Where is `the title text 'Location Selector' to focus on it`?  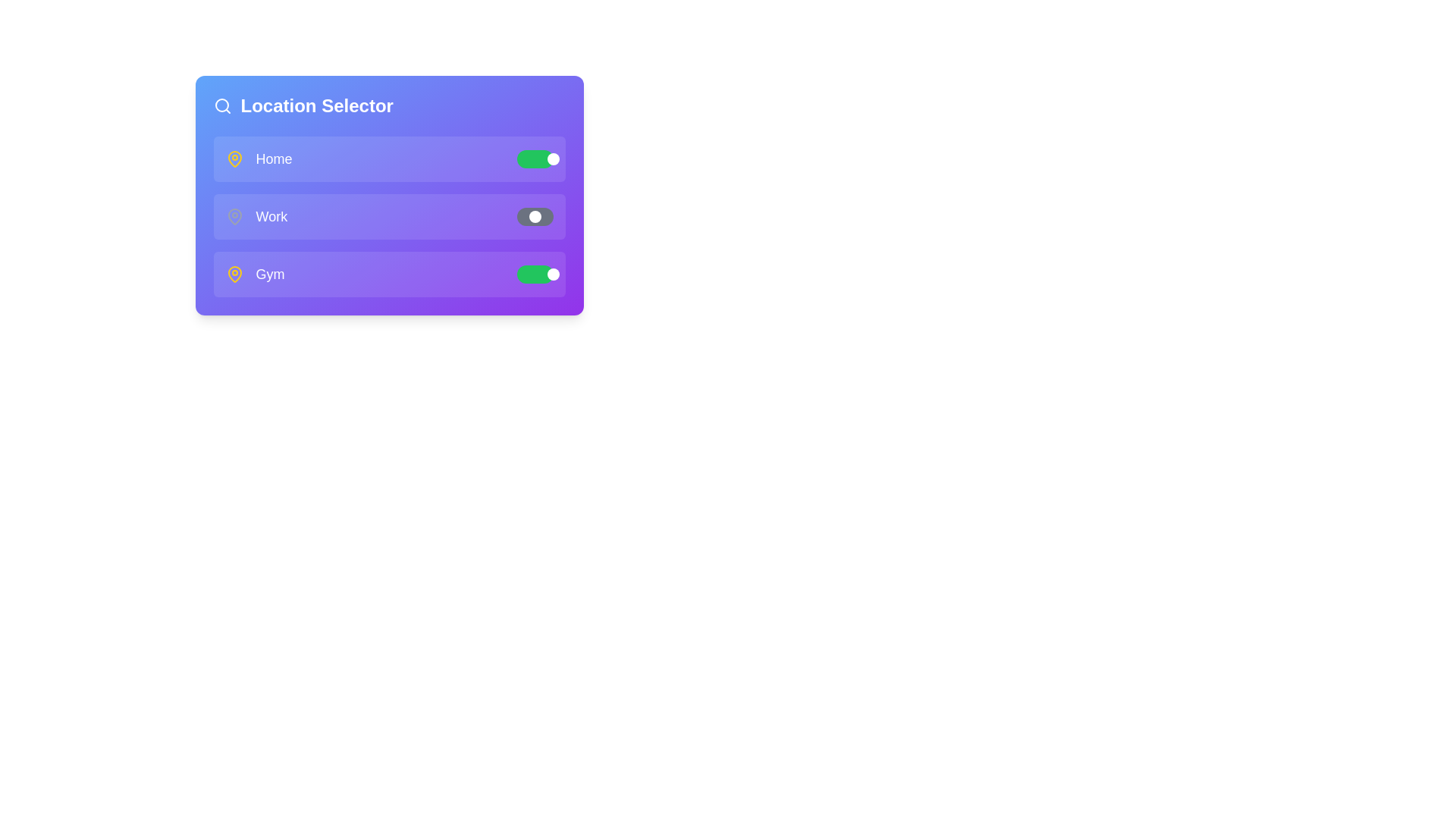 the title text 'Location Selector' to focus on it is located at coordinates (315, 105).